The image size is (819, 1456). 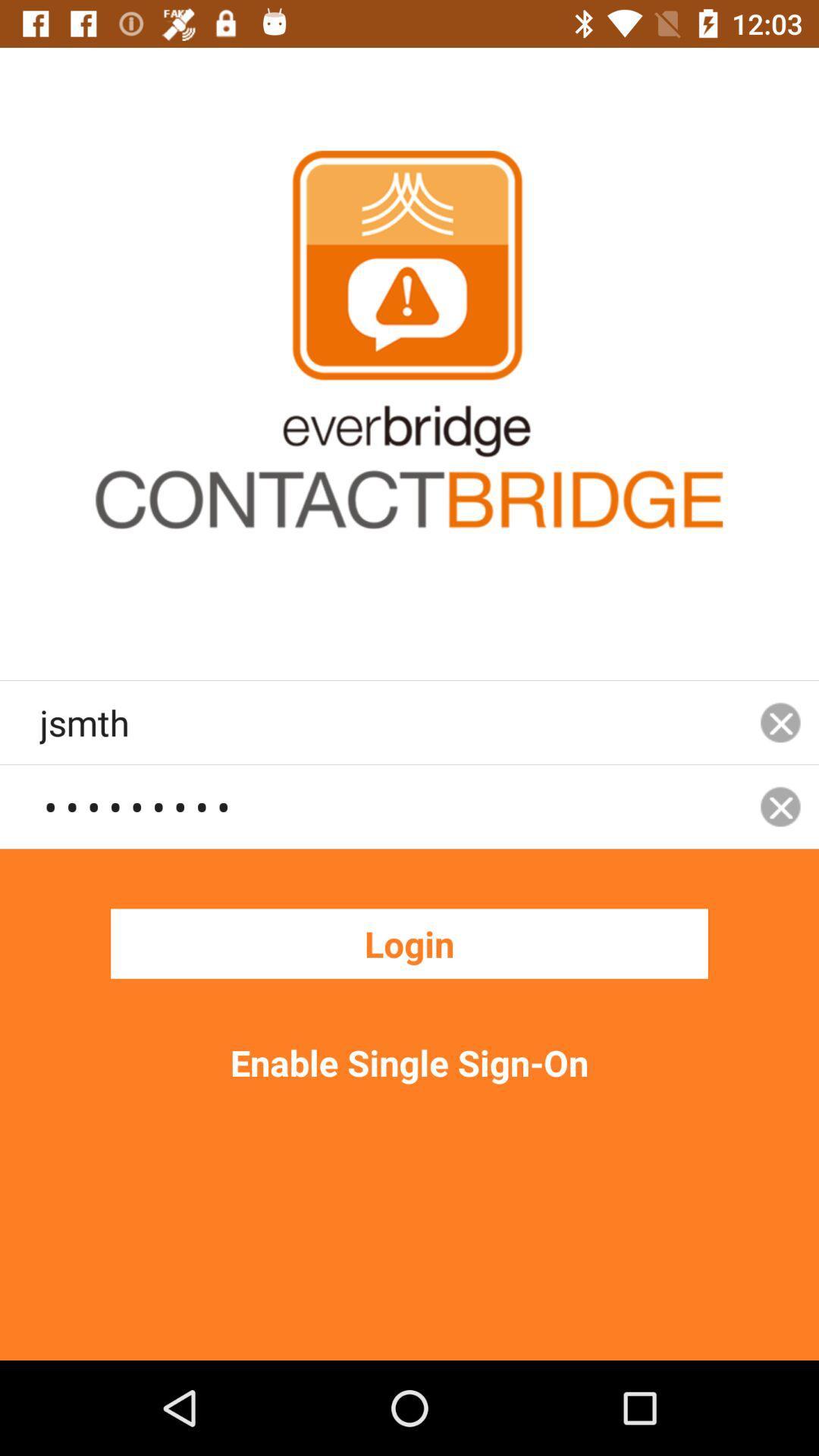 What do you see at coordinates (409, 943) in the screenshot?
I see `the icon above the enable single sign icon` at bounding box center [409, 943].